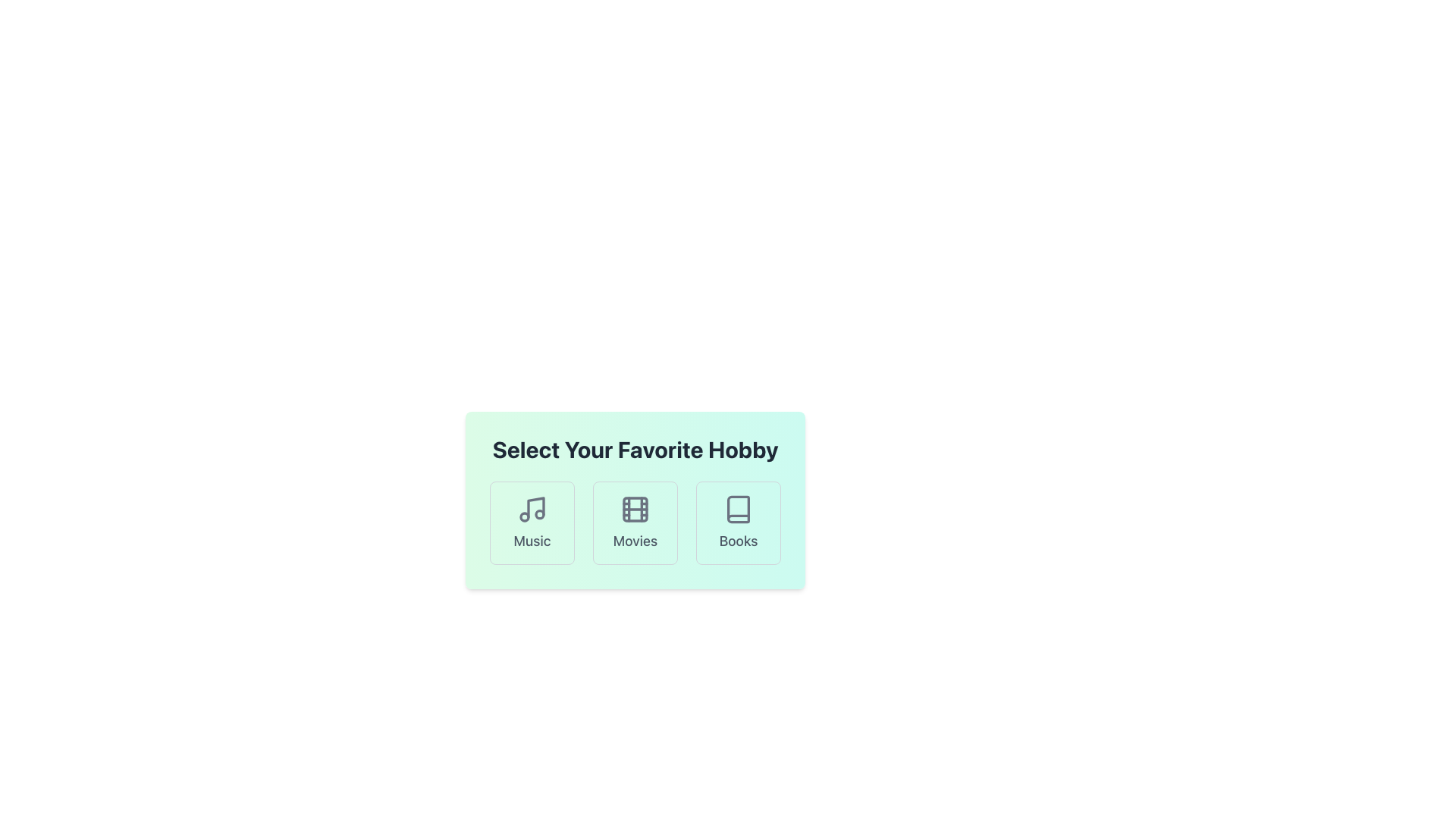  Describe the element at coordinates (532, 540) in the screenshot. I see `the 'Music' text label located at the bottom-center of the 'Select Your Favorite Hobby' options, positioned beneath the music note icon` at that location.